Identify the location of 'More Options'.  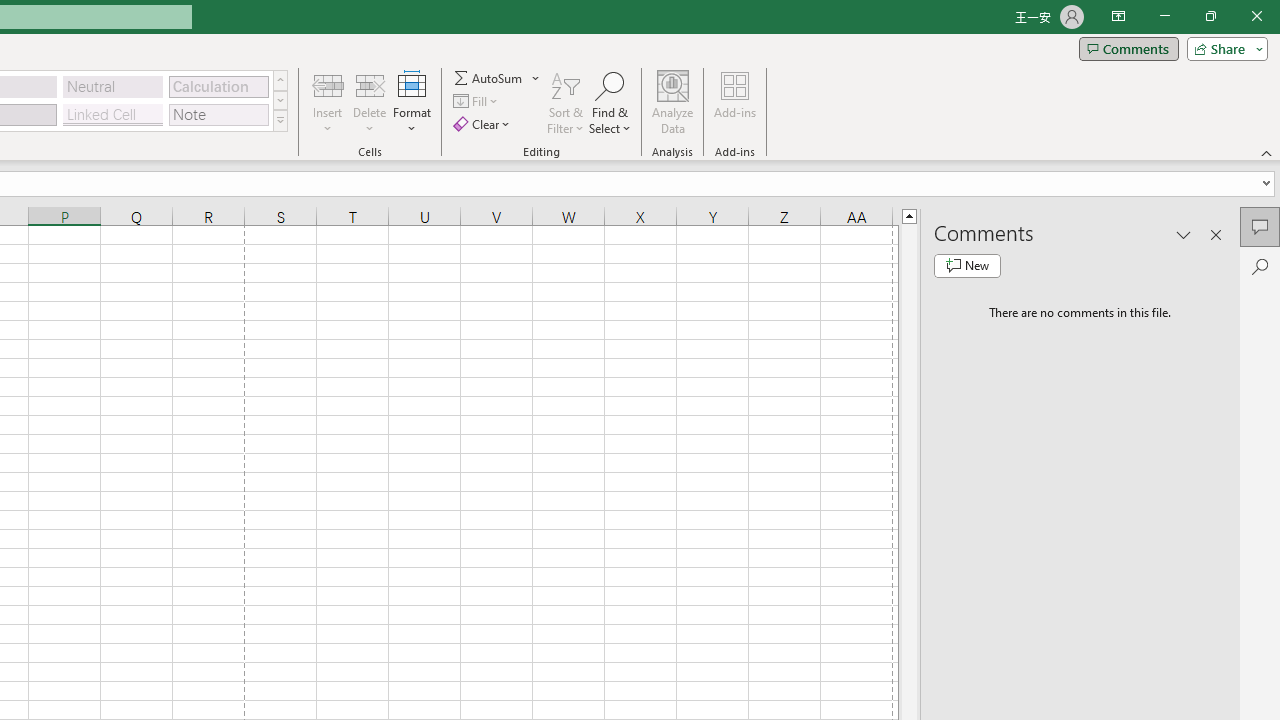
(536, 77).